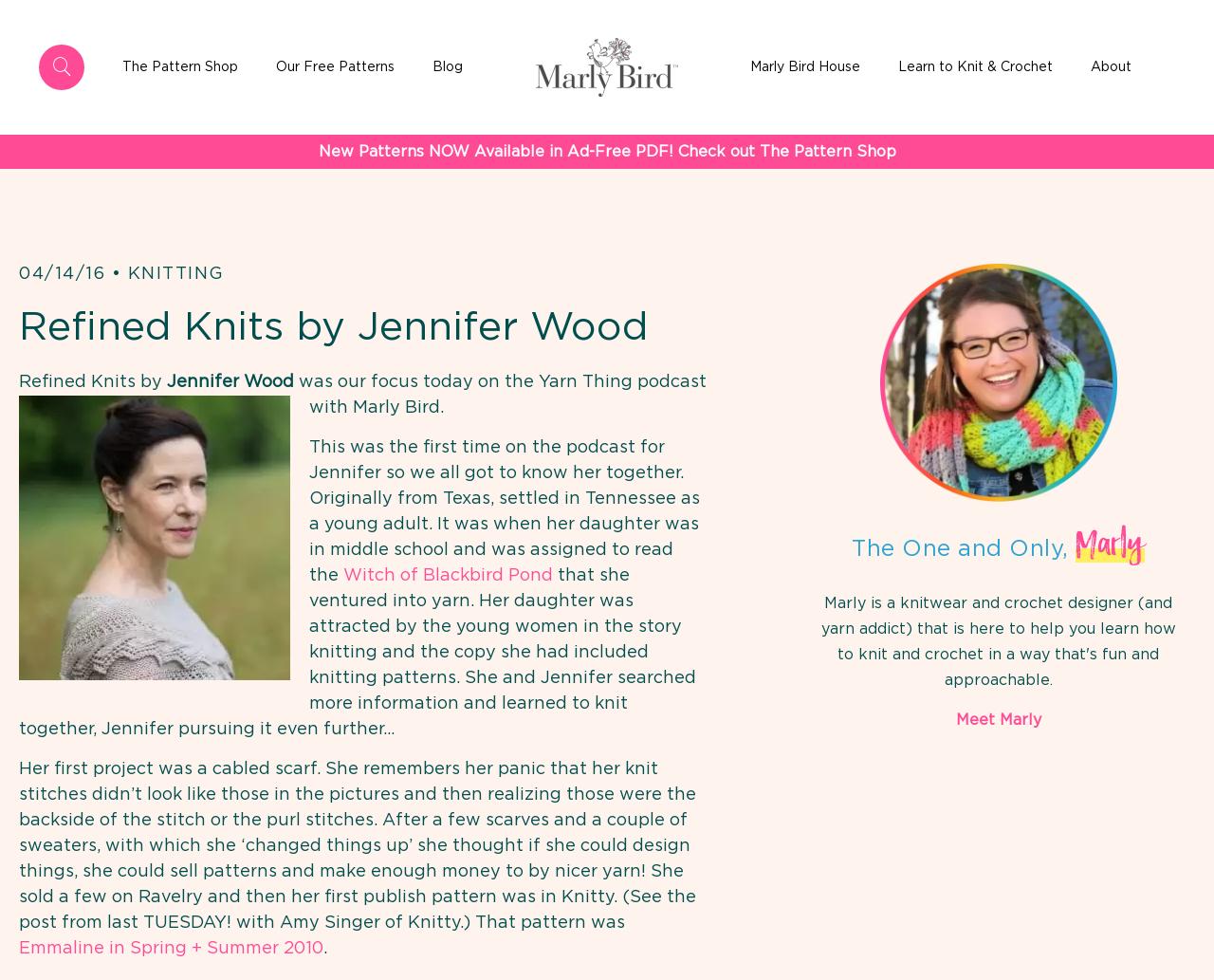 This screenshot has width=1214, height=980. I want to click on '04/14/16', so click(18, 273).